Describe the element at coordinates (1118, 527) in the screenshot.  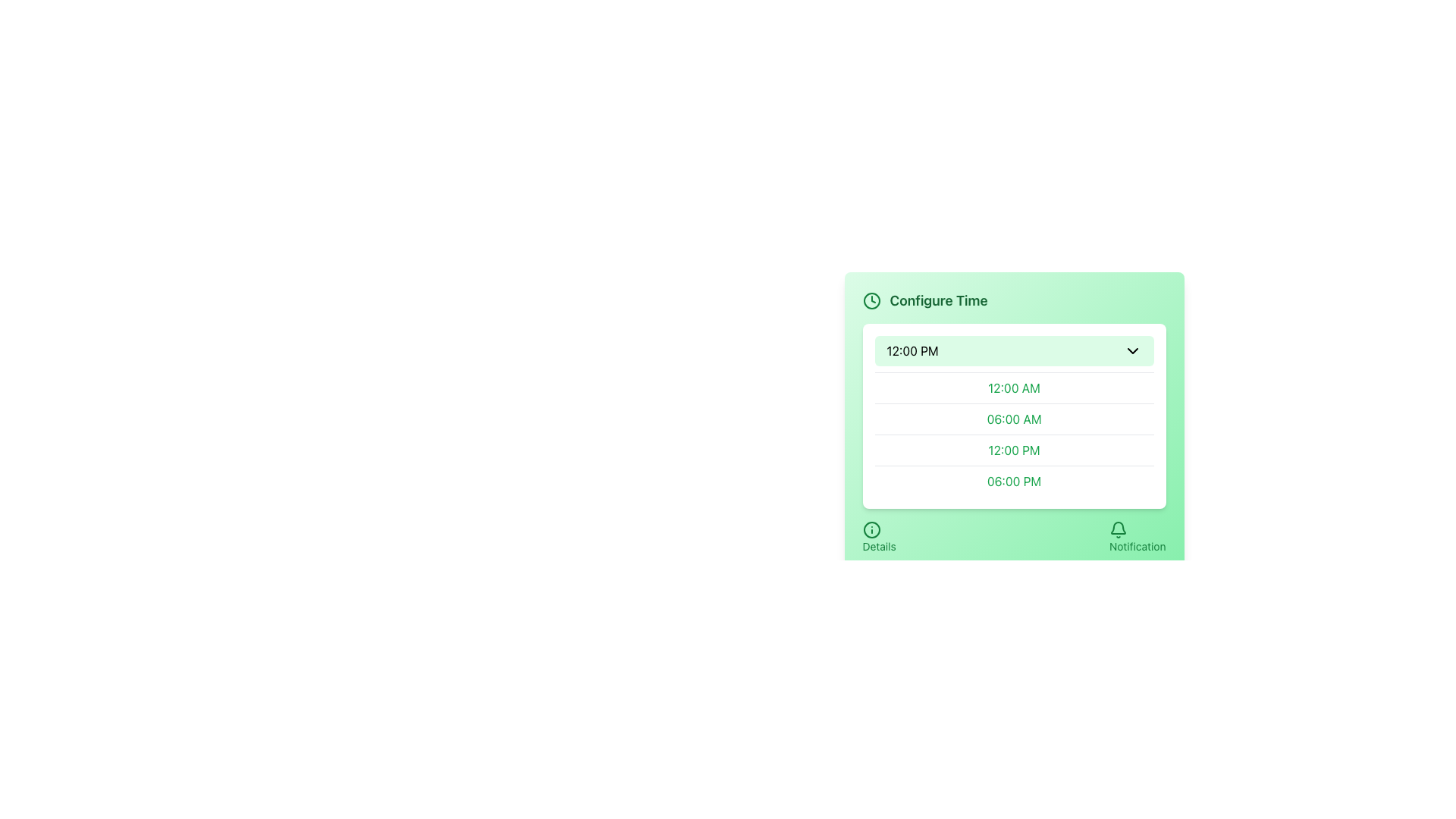
I see `the bell-shaped graphical icon located in the bottom-right corner of the interface, which is designed for notifications or alerts` at that location.